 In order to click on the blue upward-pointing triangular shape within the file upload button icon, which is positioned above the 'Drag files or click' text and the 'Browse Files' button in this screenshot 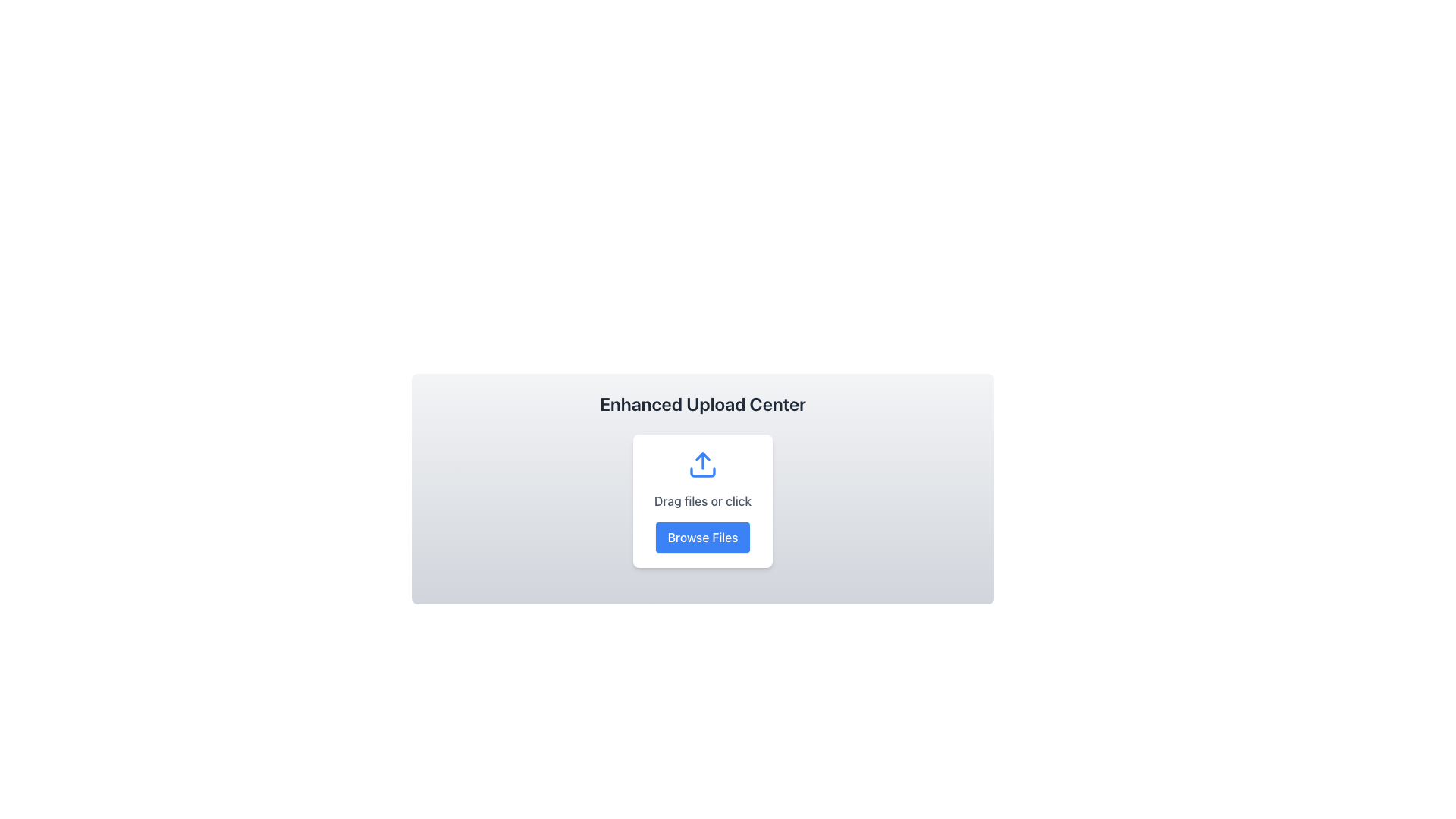, I will do `click(701, 455)`.